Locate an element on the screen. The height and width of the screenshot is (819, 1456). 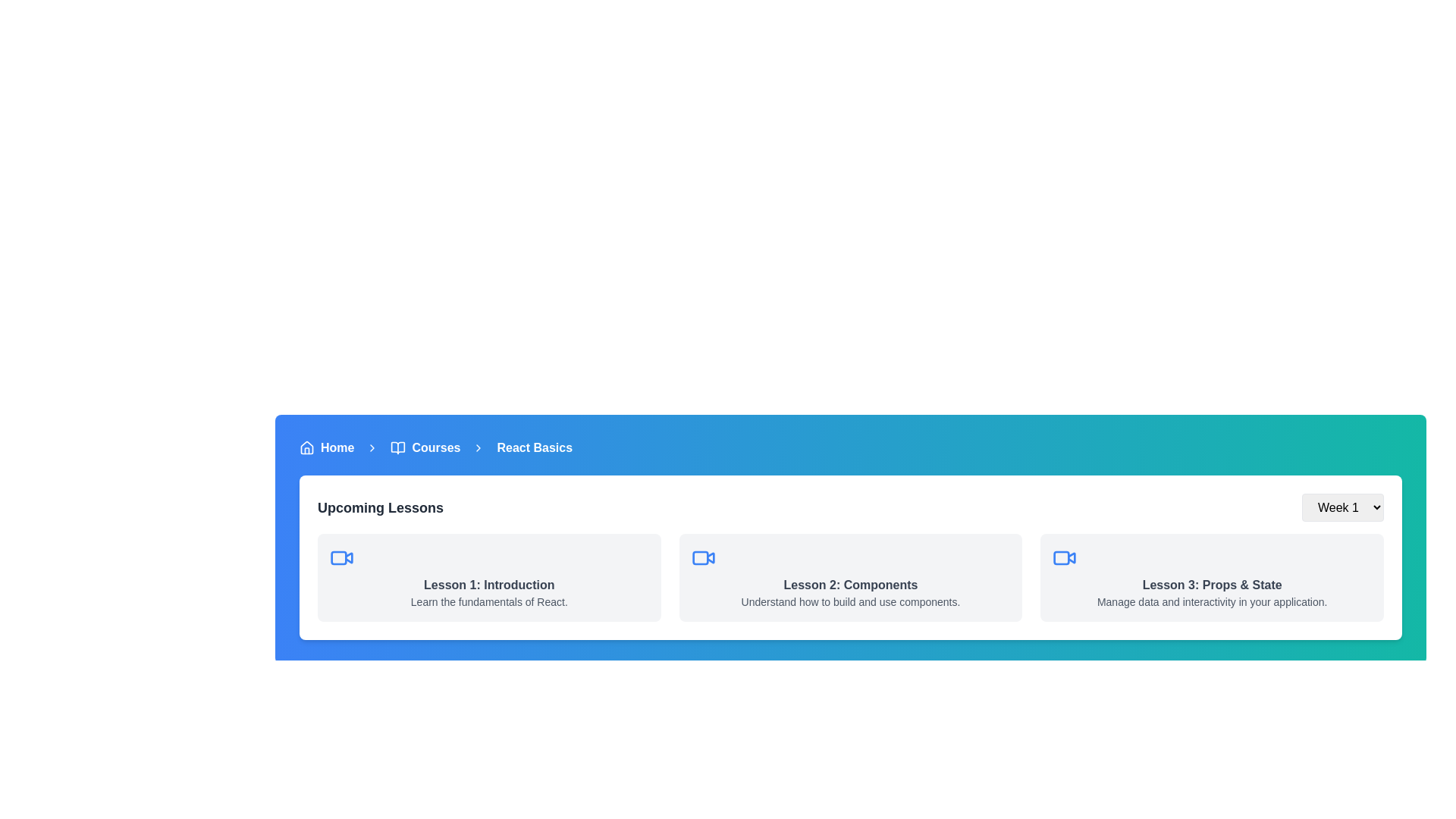
the Interactive navigation link located at the far-left of the breadcrumb navigation is located at coordinates (326, 447).